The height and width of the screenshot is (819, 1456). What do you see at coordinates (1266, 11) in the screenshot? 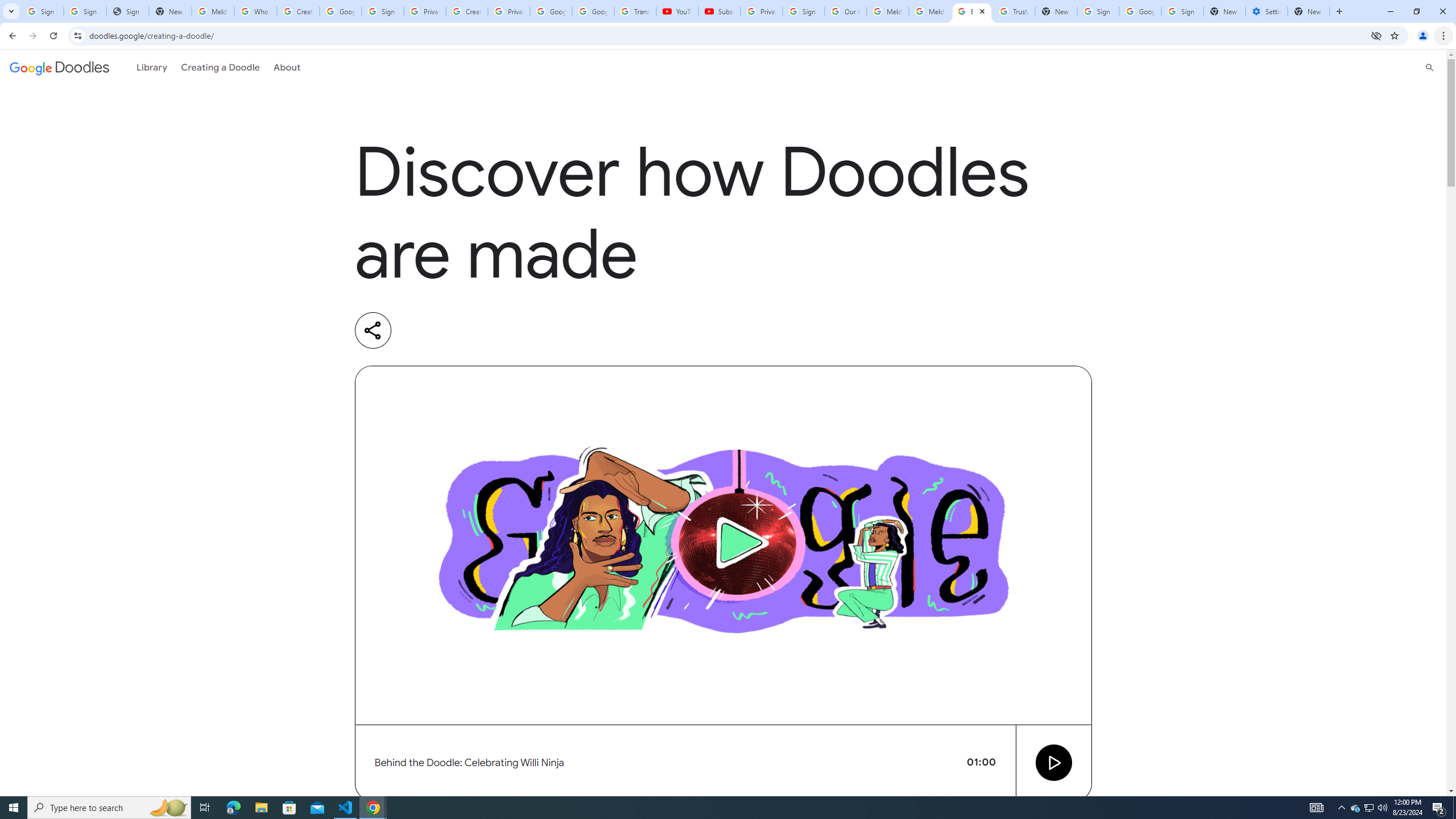
I see `'Settings - Addresses and more'` at bounding box center [1266, 11].